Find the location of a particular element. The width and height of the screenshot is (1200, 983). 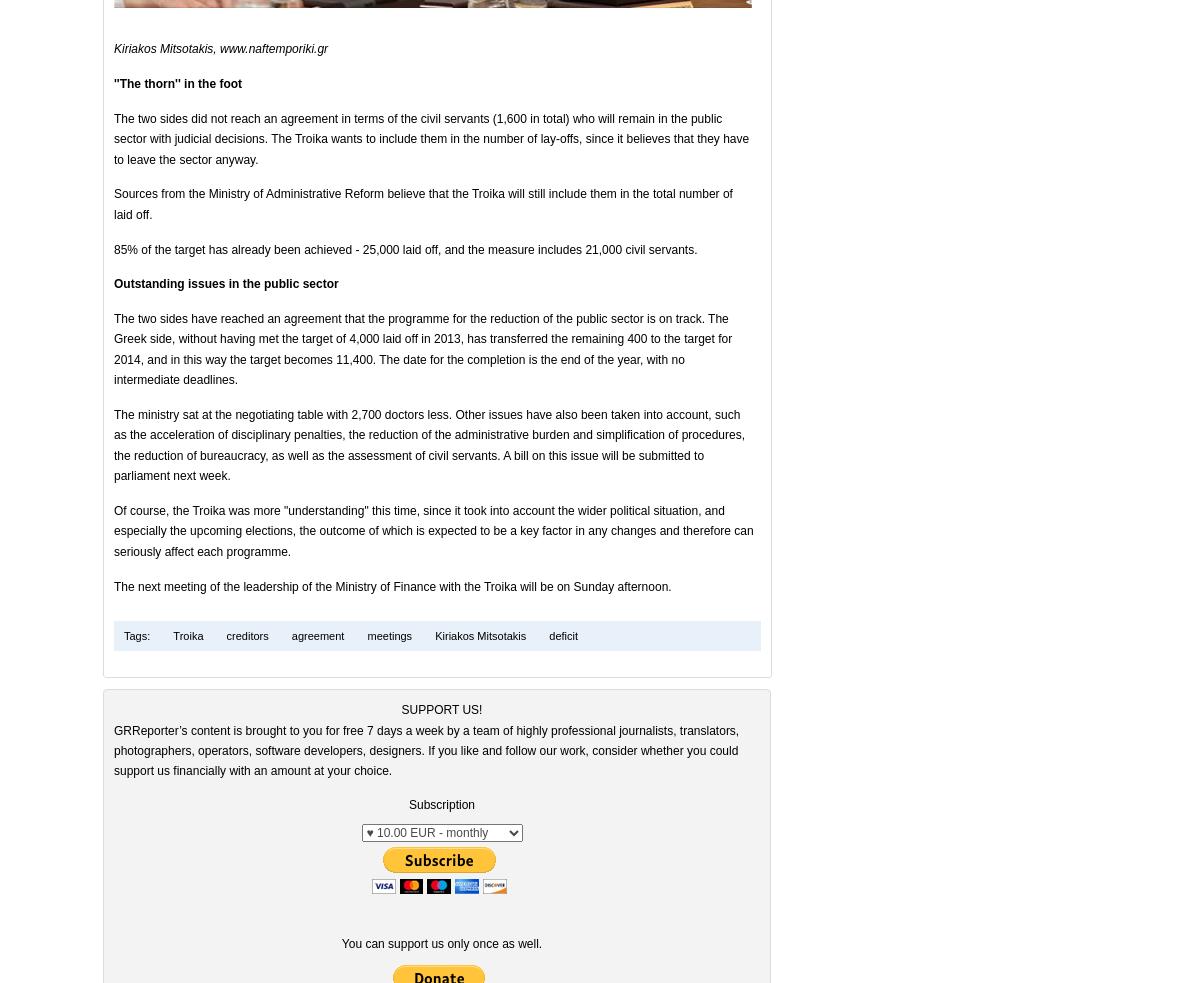

'agreement' is located at coordinates (315, 636).